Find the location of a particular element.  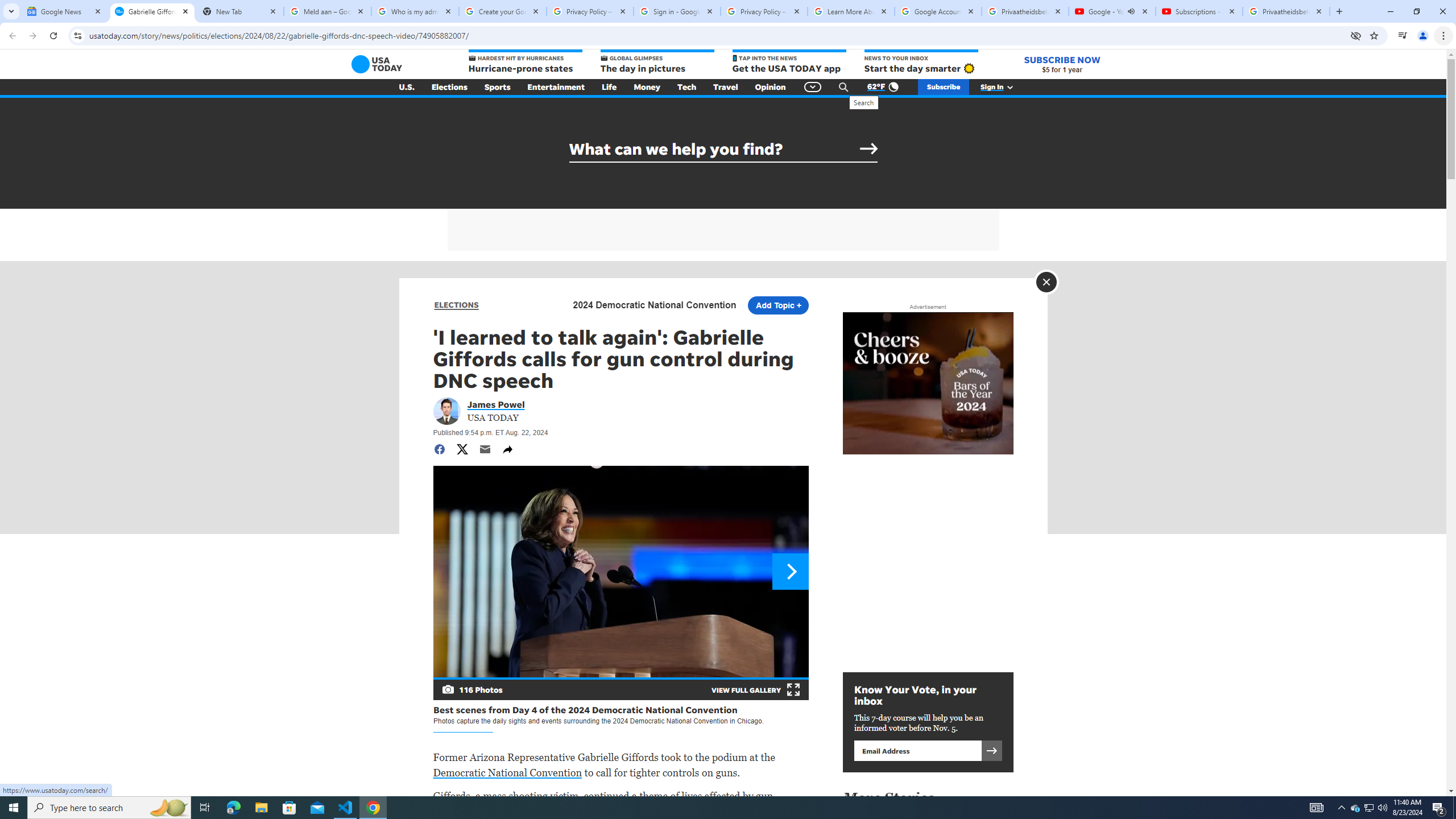

'Search query' is located at coordinates (723, 148).